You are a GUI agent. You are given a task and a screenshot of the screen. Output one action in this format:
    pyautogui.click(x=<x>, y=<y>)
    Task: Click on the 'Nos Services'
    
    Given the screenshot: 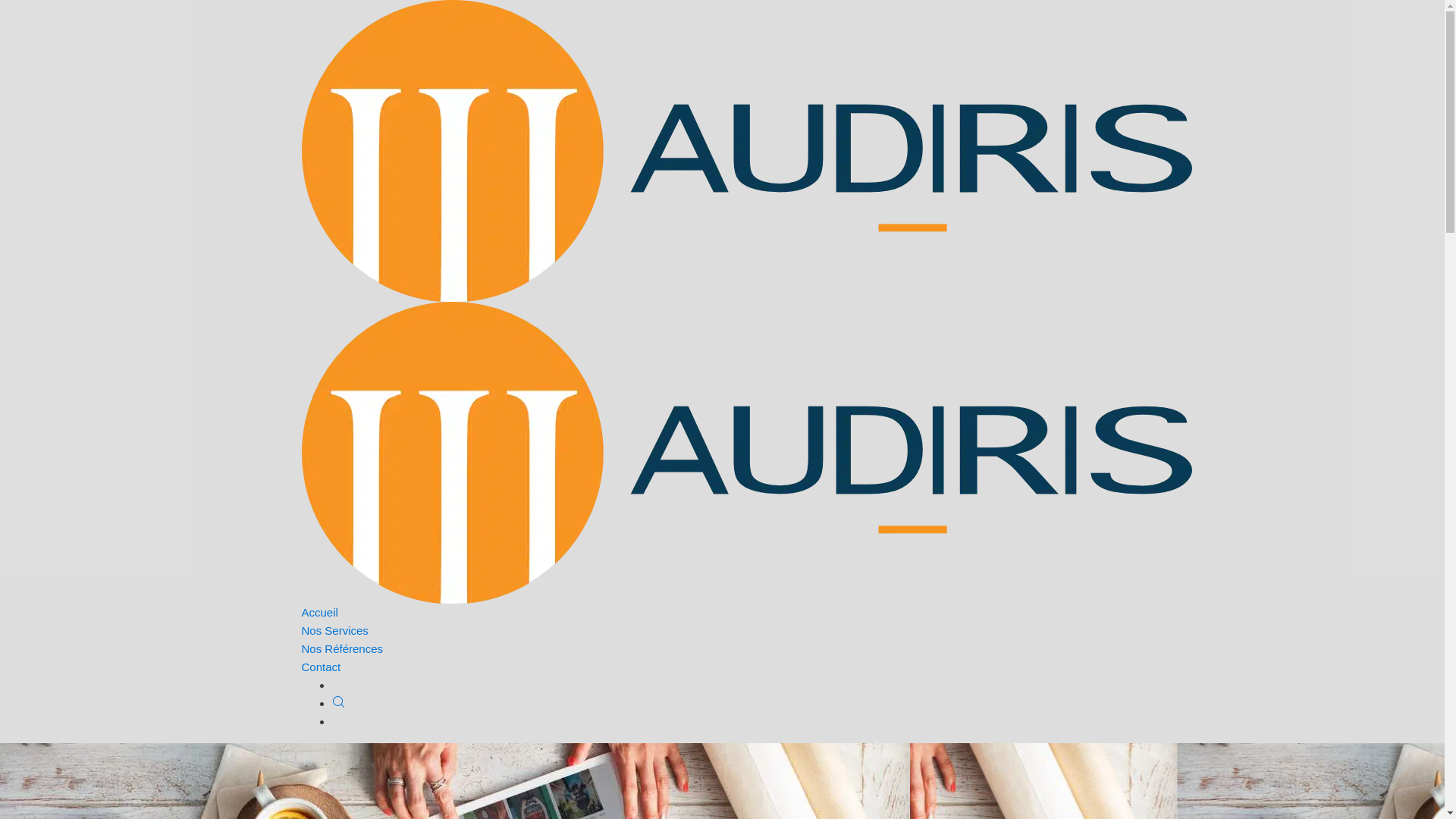 What is the action you would take?
    pyautogui.click(x=334, y=630)
    